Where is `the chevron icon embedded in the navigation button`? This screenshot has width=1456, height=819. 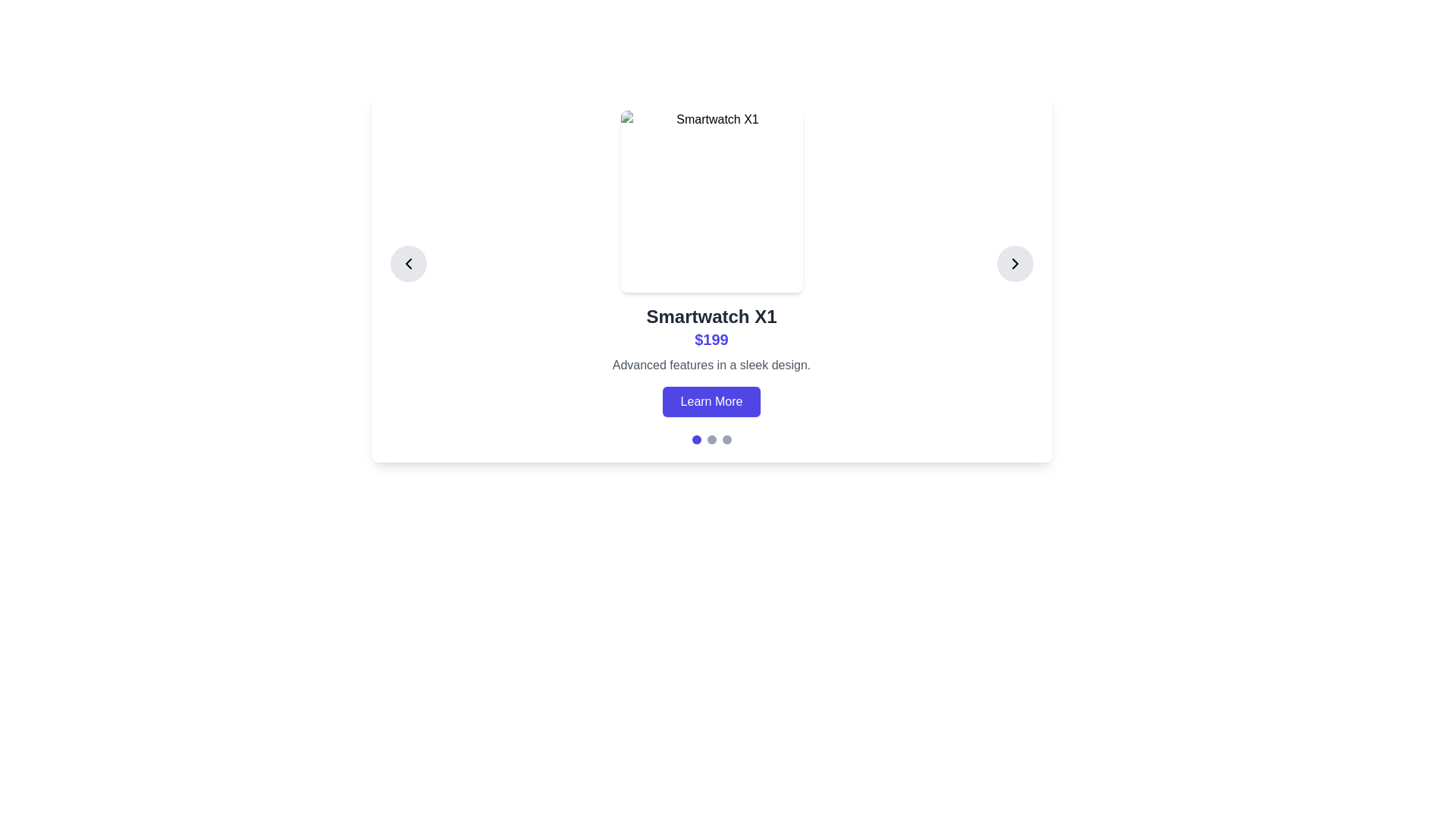
the chevron icon embedded in the navigation button is located at coordinates (1015, 262).